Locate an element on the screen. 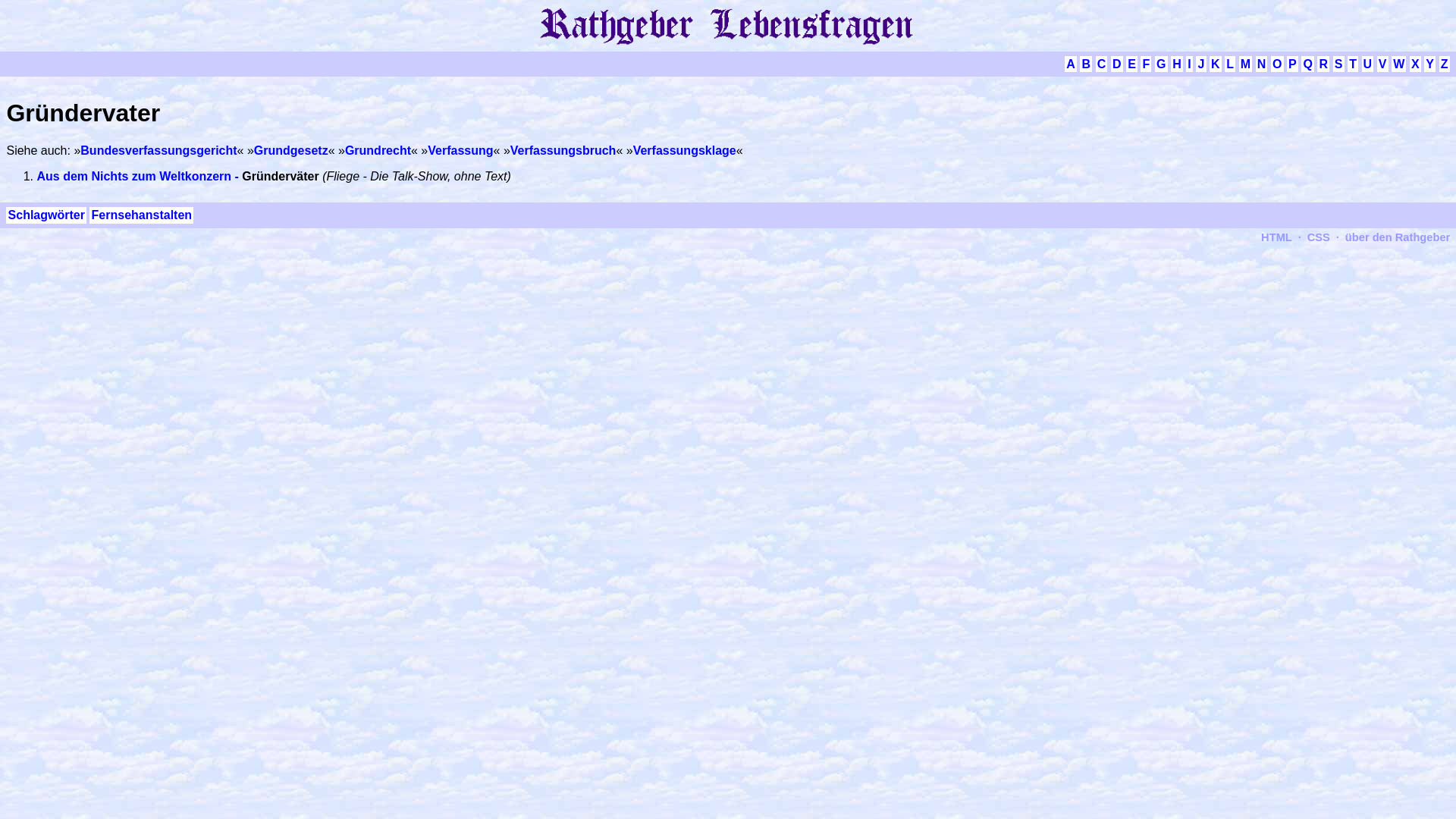 This screenshot has width=1456, height=819. 'K' is located at coordinates (1208, 63).